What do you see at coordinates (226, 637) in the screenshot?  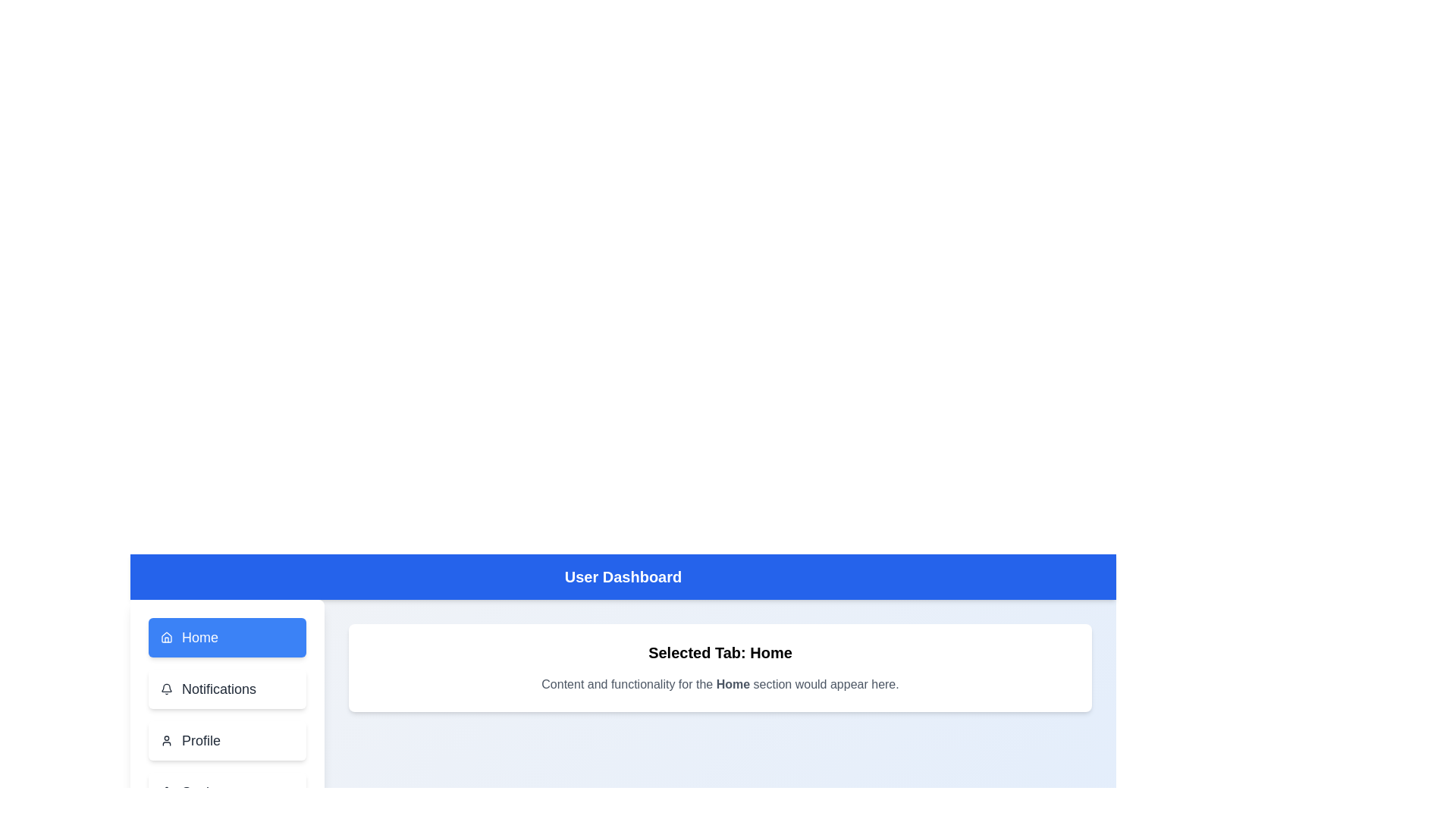 I see `the navigation button labeled Home` at bounding box center [226, 637].